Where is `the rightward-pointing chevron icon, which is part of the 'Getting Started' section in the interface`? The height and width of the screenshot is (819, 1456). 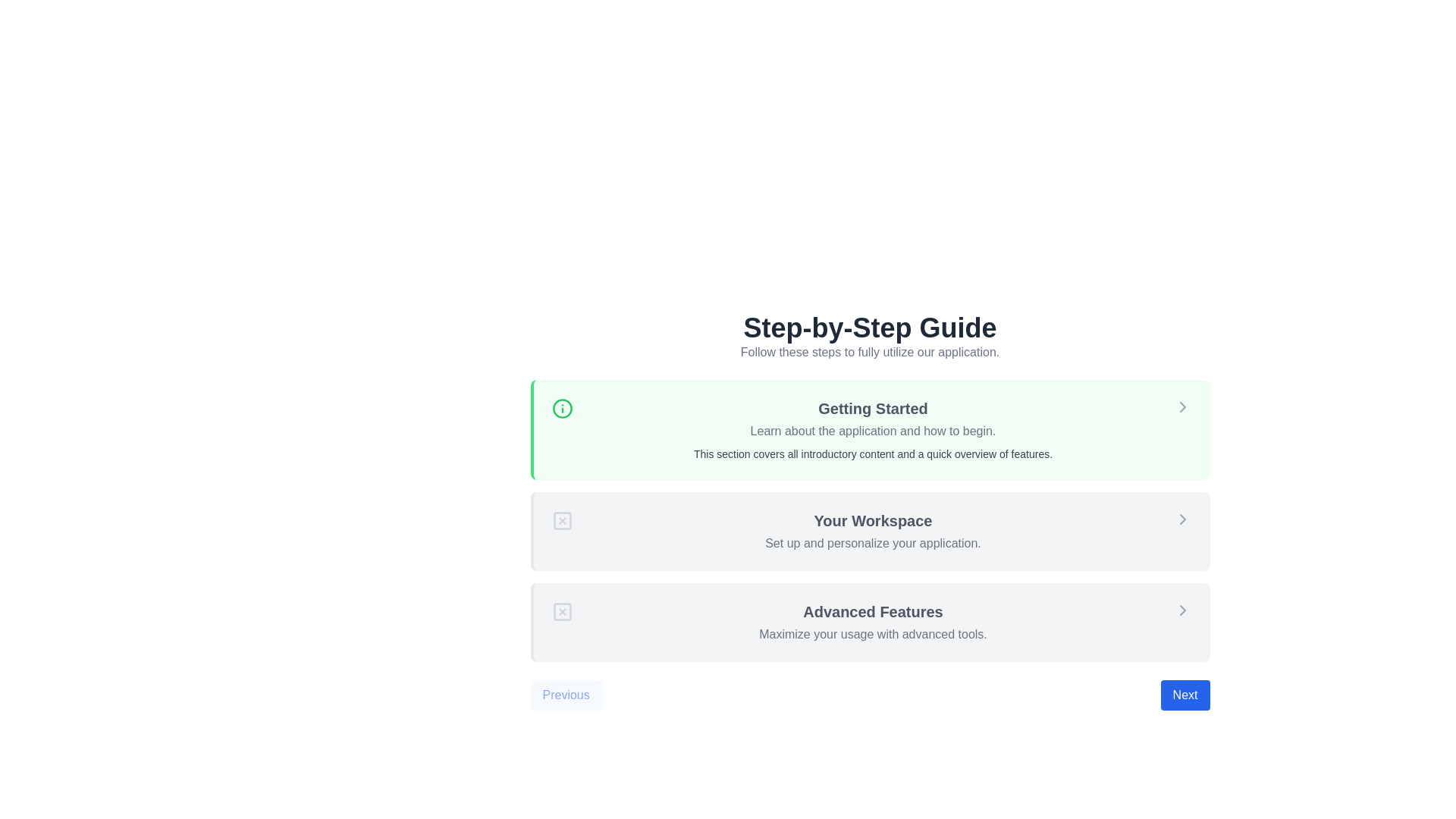
the rightward-pointing chevron icon, which is part of the 'Getting Started' section in the interface is located at coordinates (1181, 610).